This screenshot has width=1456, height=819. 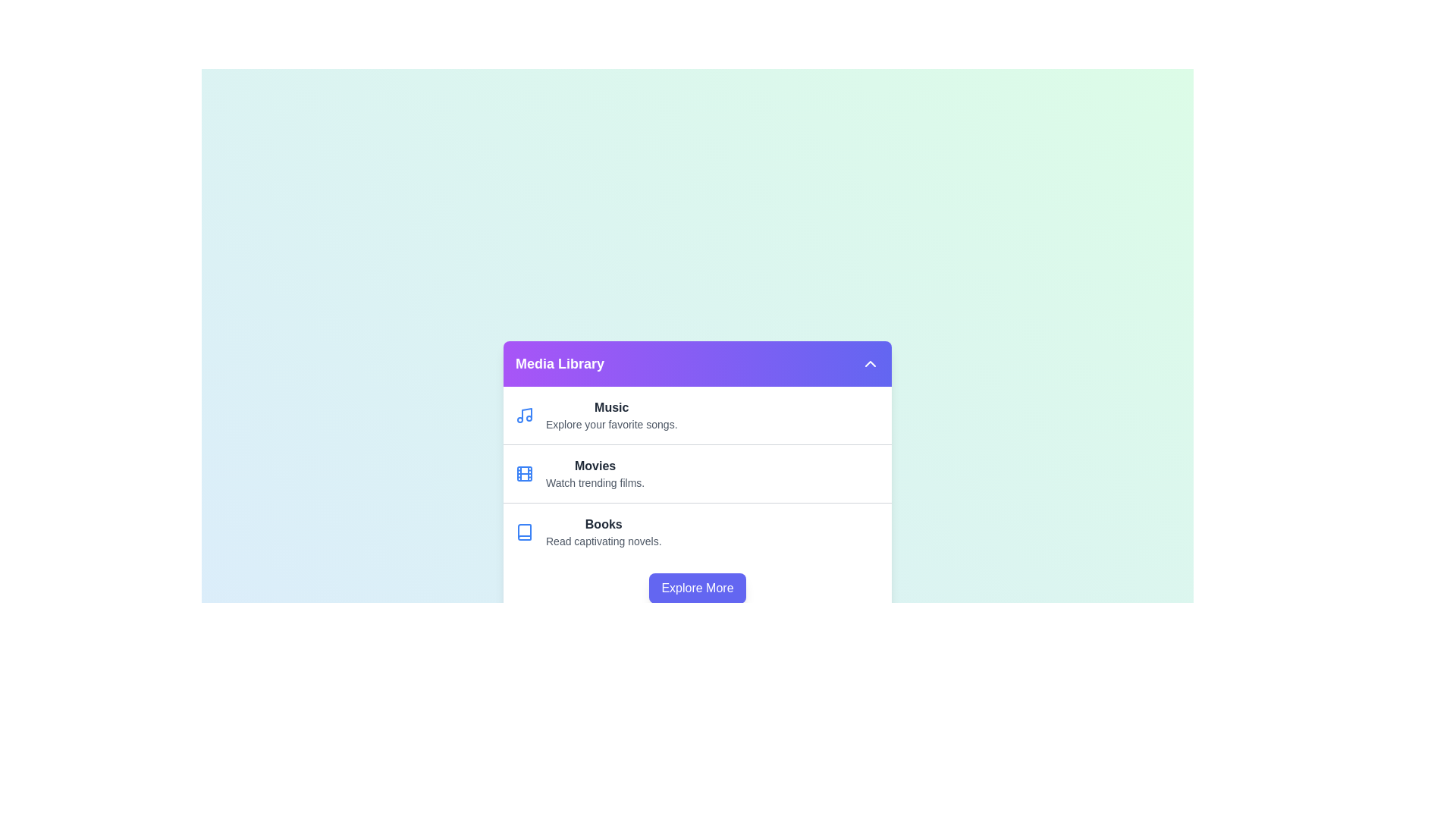 I want to click on dropdown button to toggle the visibility of the Media Library, so click(x=870, y=363).